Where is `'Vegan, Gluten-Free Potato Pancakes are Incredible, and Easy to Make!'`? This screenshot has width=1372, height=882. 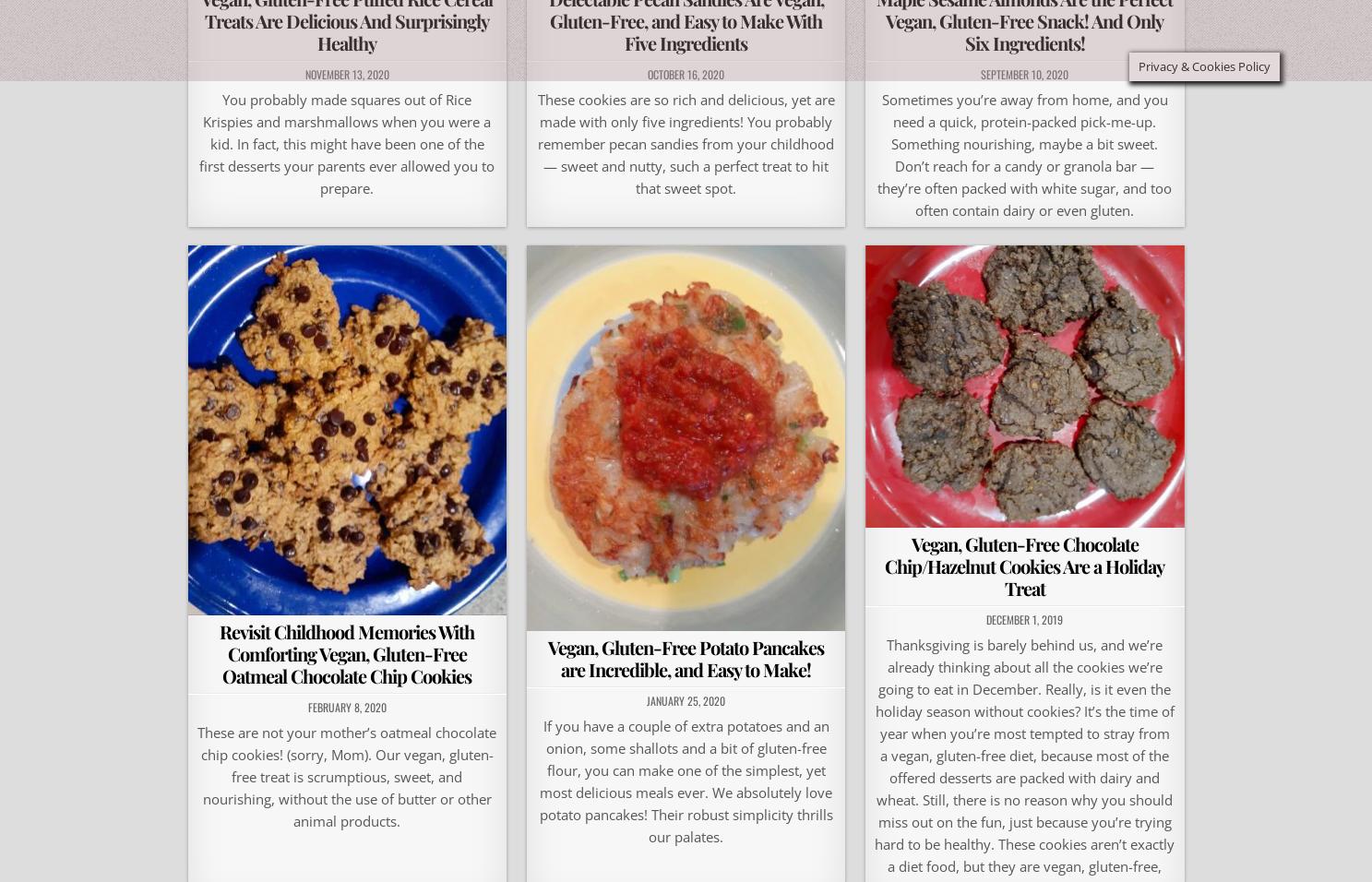
'Vegan, Gluten-Free Potato Pancakes are Incredible, and Easy to Make!' is located at coordinates (685, 657).